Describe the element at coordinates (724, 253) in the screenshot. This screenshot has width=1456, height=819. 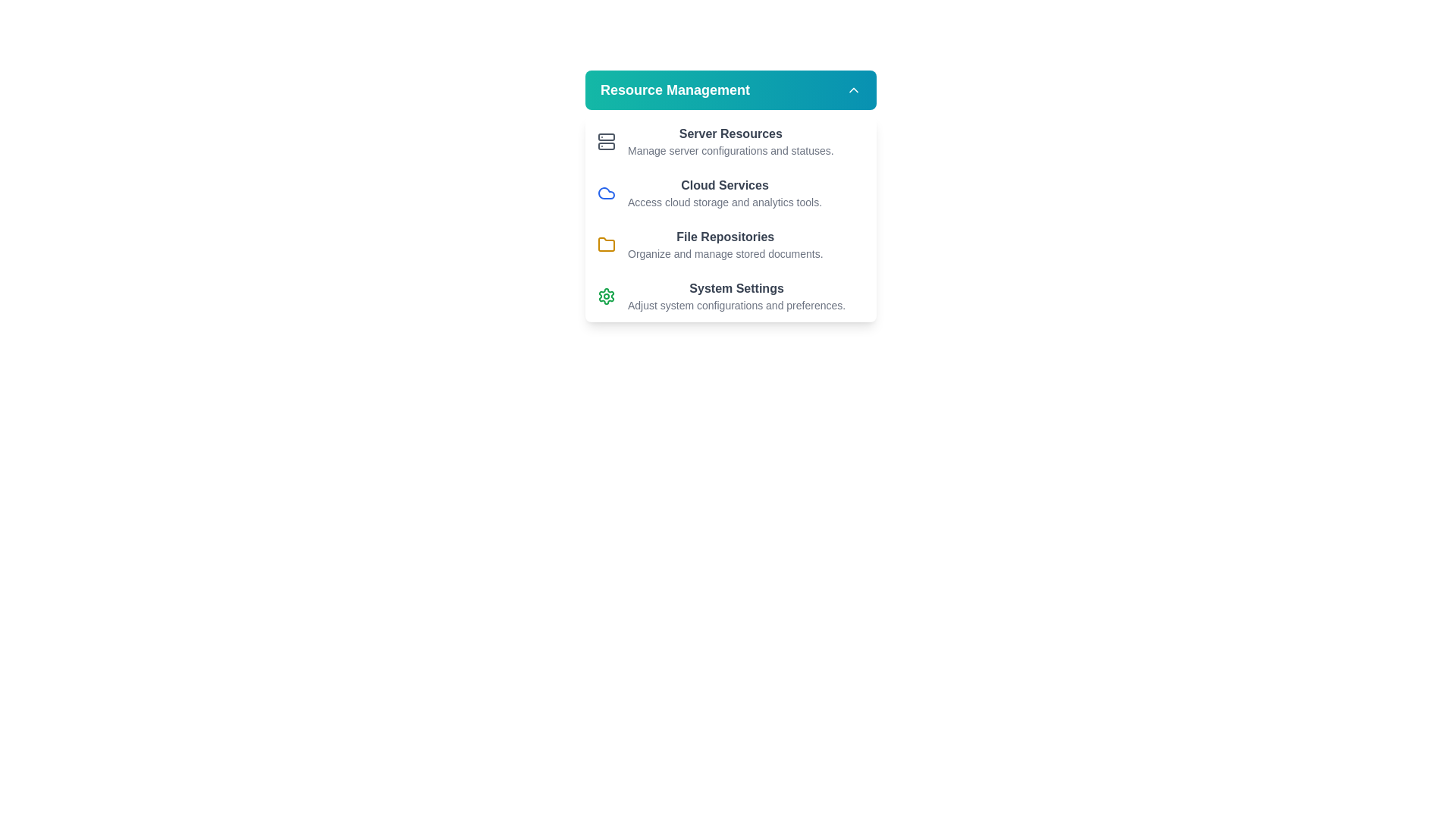
I see `the static text element that reads 'Organize and manage stored documents', which is styled in a smaller gray font and located directly below the bold text 'File Repositories'` at that location.